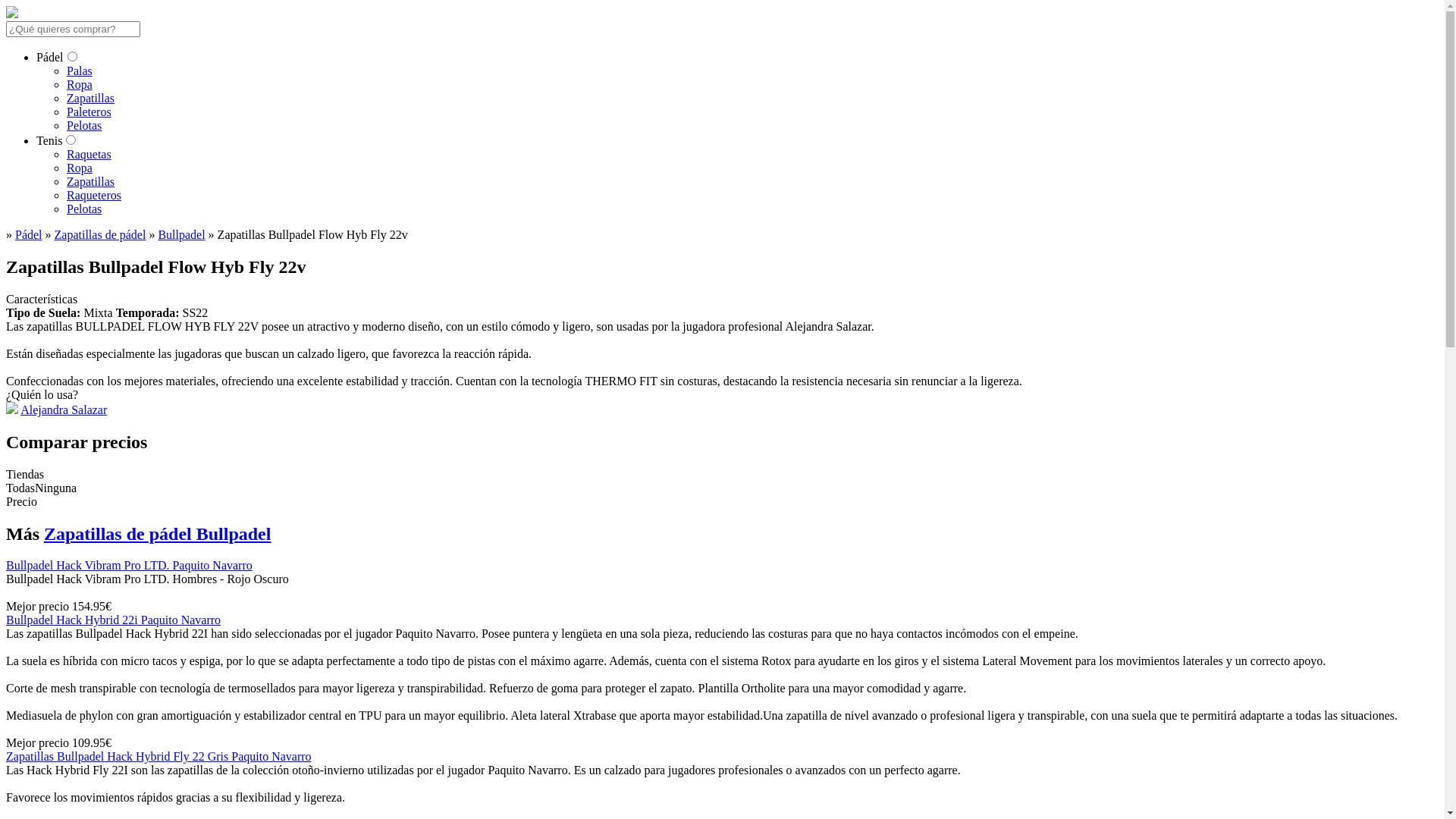 Image resolution: width=1456 pixels, height=819 pixels. I want to click on 'Palas', so click(79, 71).